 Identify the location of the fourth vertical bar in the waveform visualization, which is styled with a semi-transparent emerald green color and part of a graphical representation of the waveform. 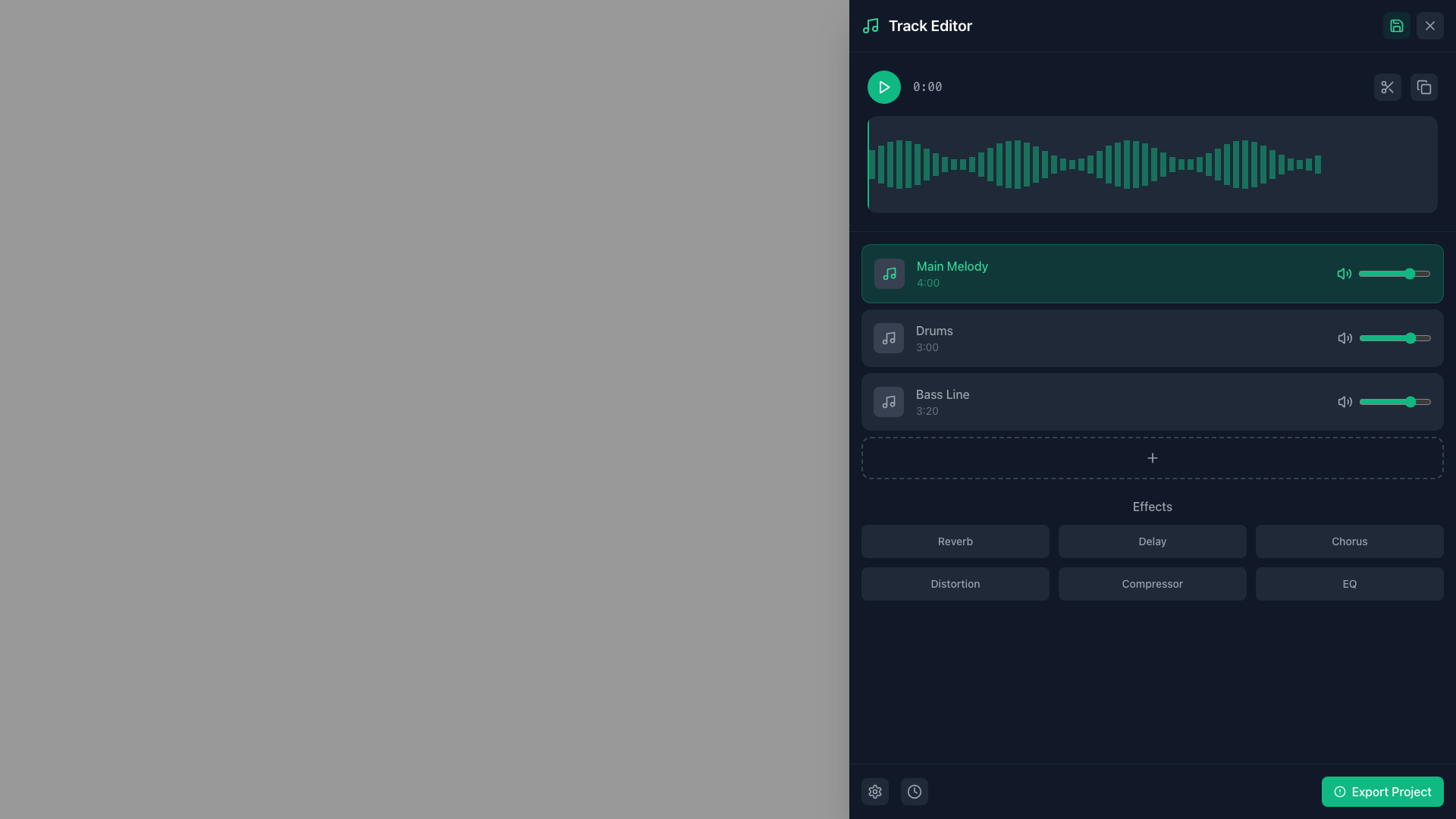
(899, 164).